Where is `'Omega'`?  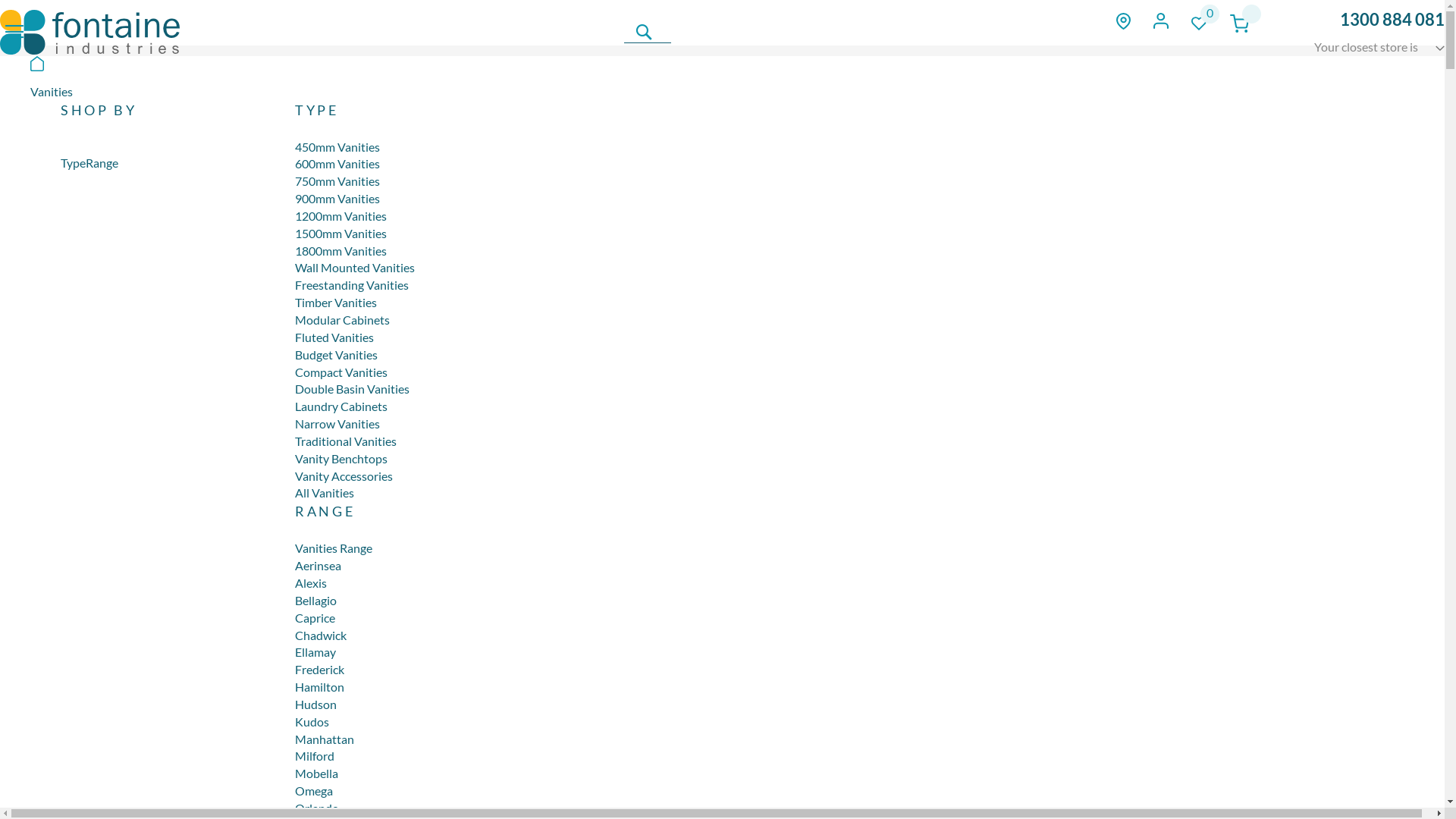 'Omega' is located at coordinates (312, 789).